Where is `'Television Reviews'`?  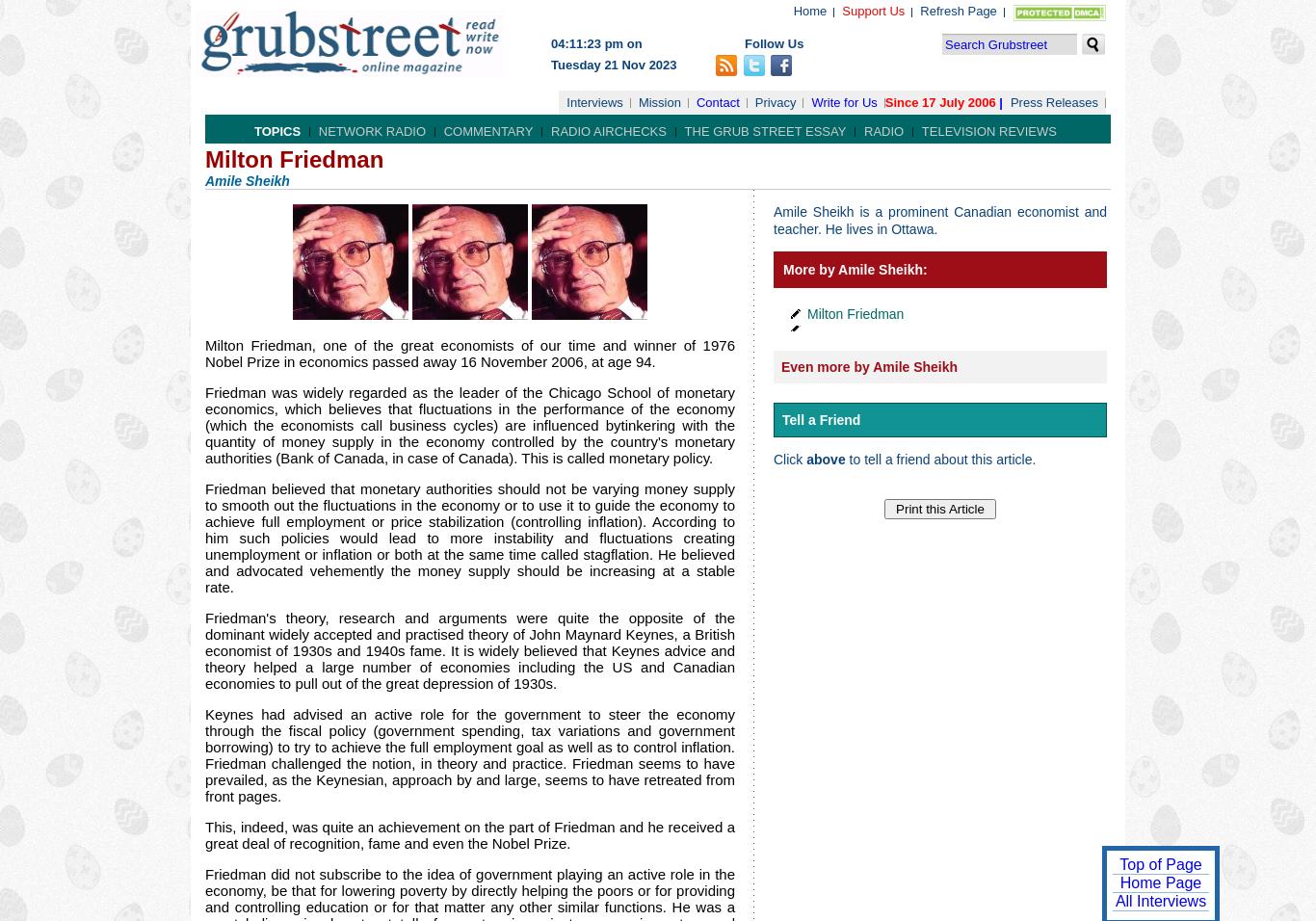
'Television Reviews' is located at coordinates (921, 131).